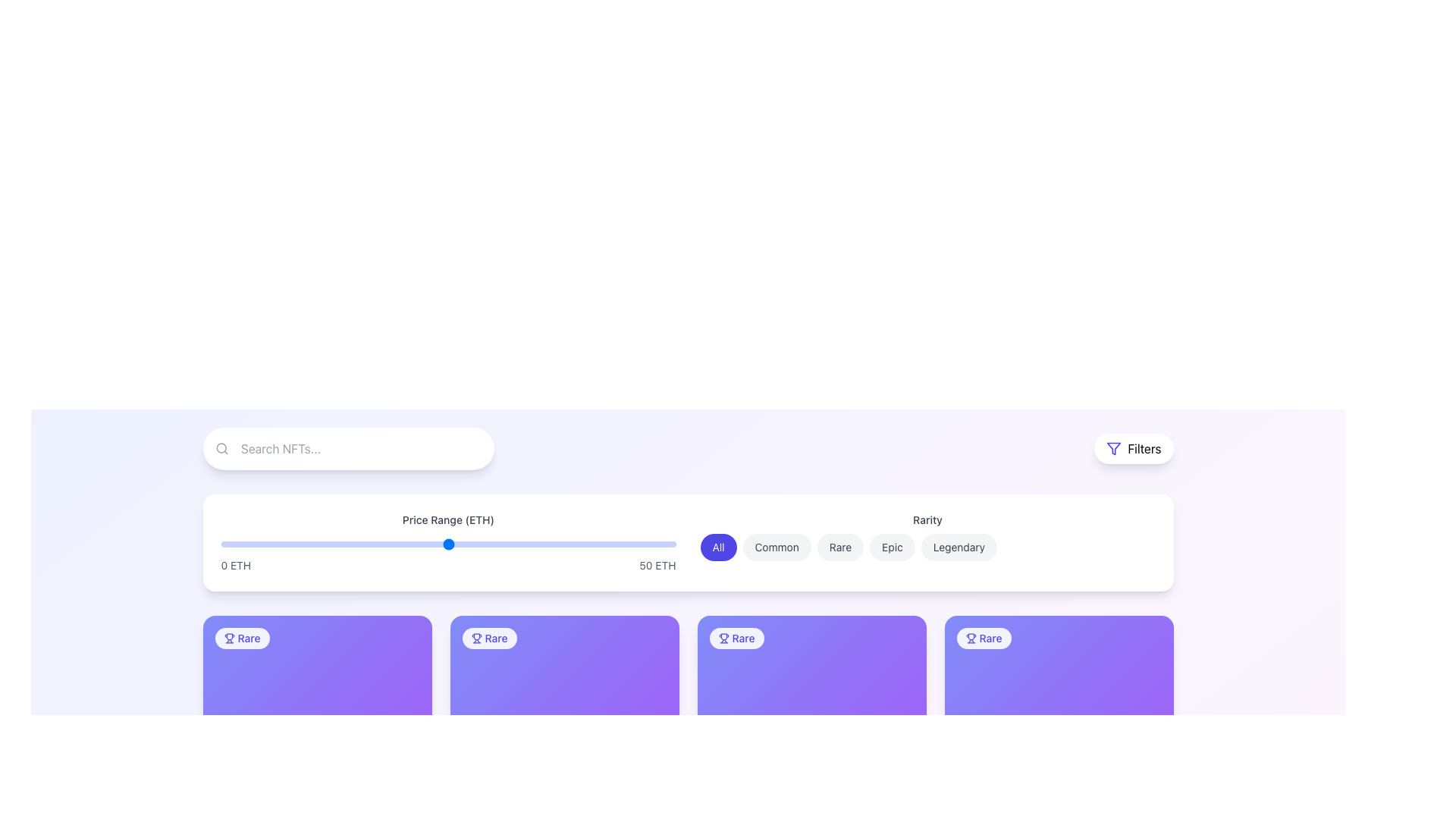 This screenshot has width=1456, height=819. What do you see at coordinates (971, 638) in the screenshot?
I see `the badge containing the 'Rare' icon` at bounding box center [971, 638].